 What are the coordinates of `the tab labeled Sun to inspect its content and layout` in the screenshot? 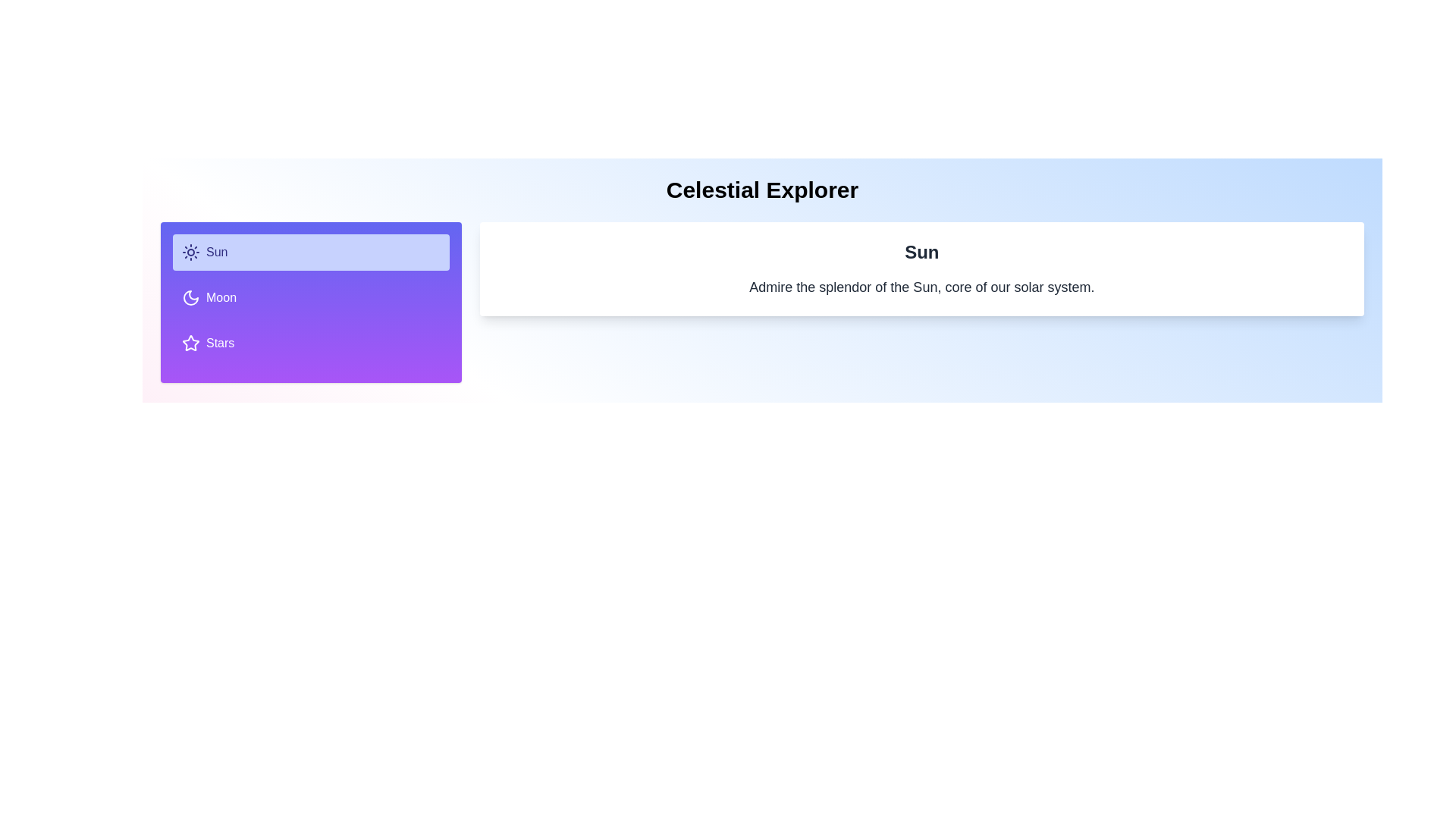 It's located at (309, 251).